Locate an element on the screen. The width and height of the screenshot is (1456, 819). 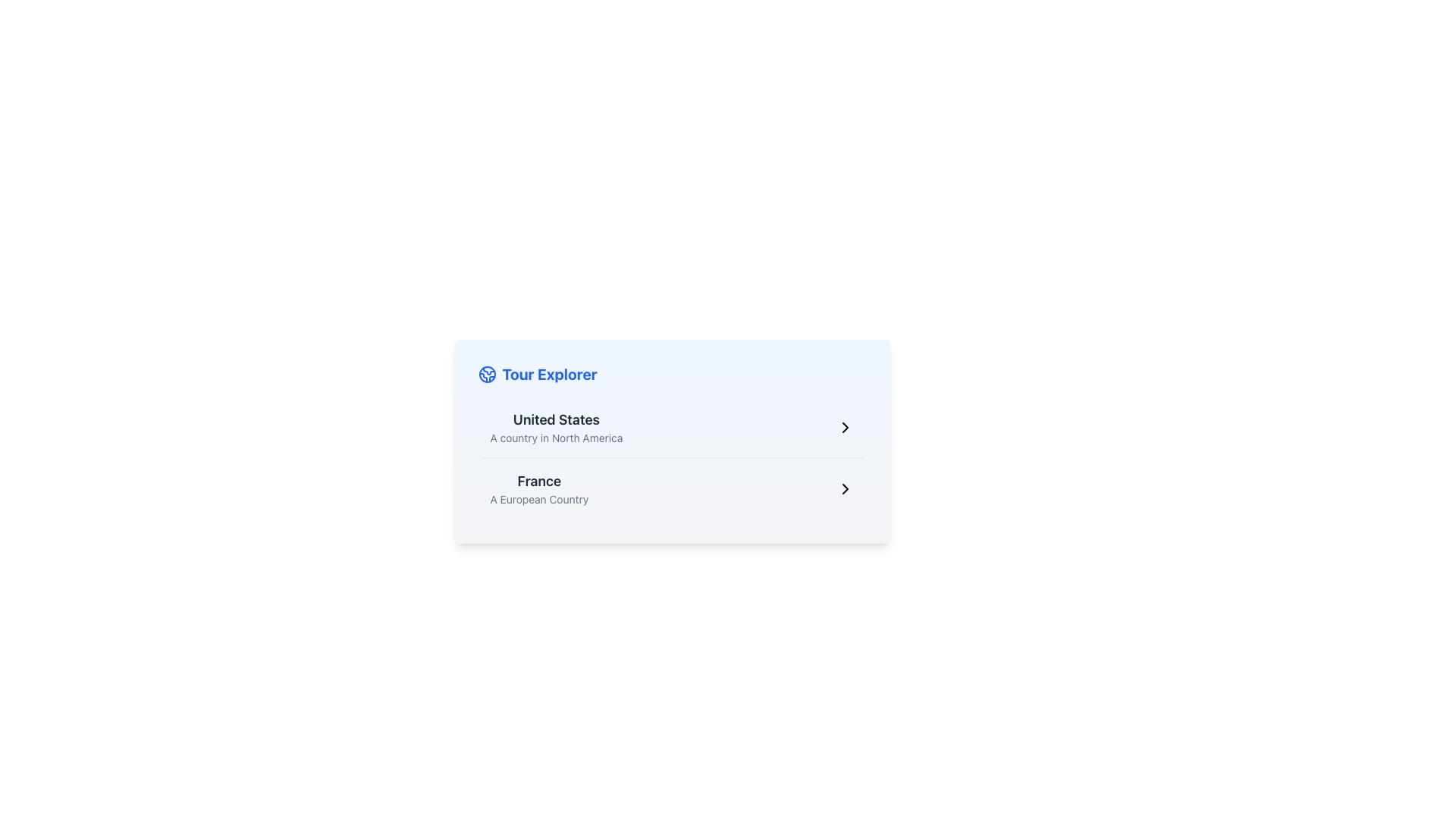
the second list item labeled 'France' which describes 'A European Country' is located at coordinates (539, 488).